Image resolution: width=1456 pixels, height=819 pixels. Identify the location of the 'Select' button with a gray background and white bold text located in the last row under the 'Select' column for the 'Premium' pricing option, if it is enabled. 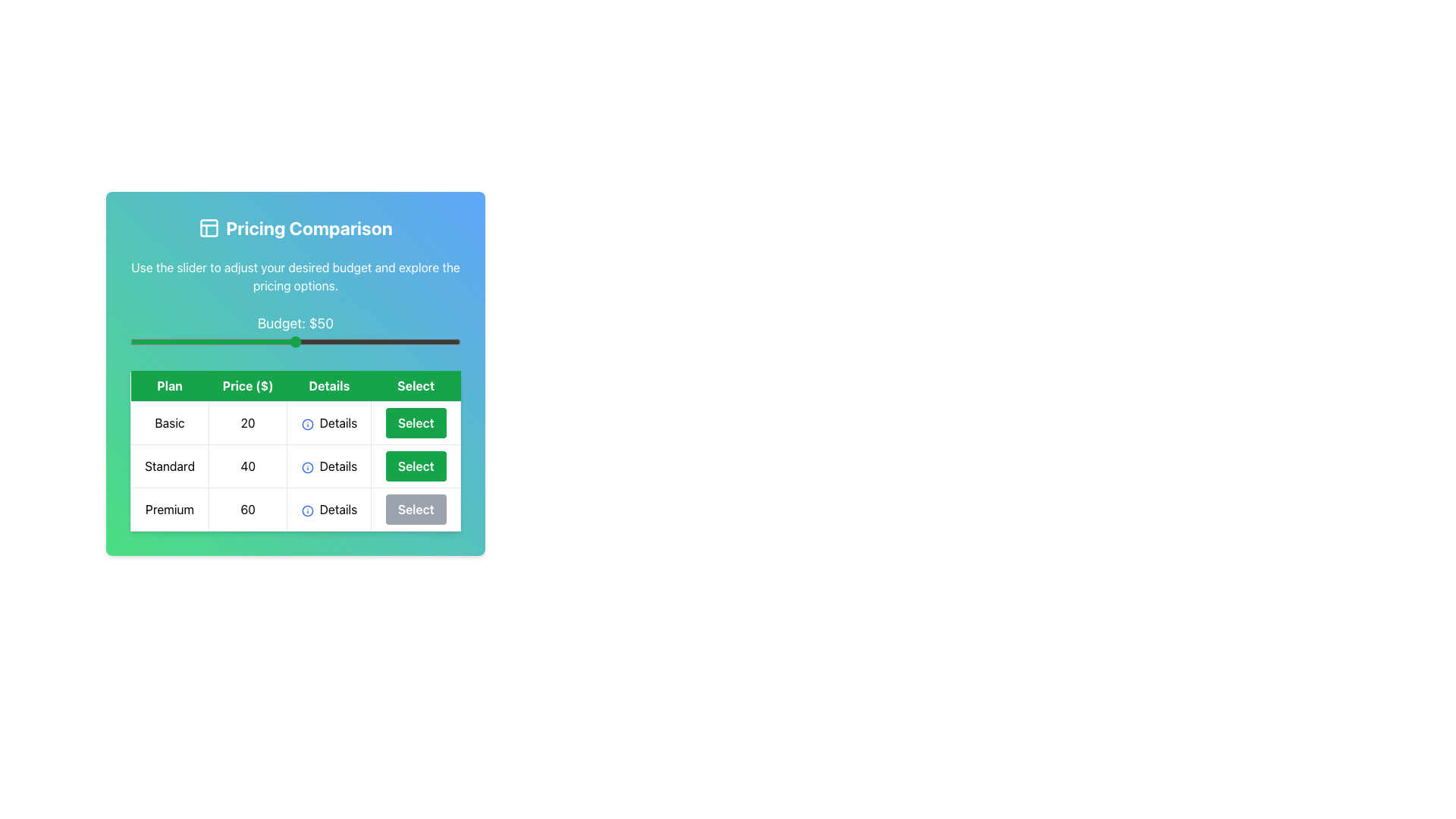
(416, 509).